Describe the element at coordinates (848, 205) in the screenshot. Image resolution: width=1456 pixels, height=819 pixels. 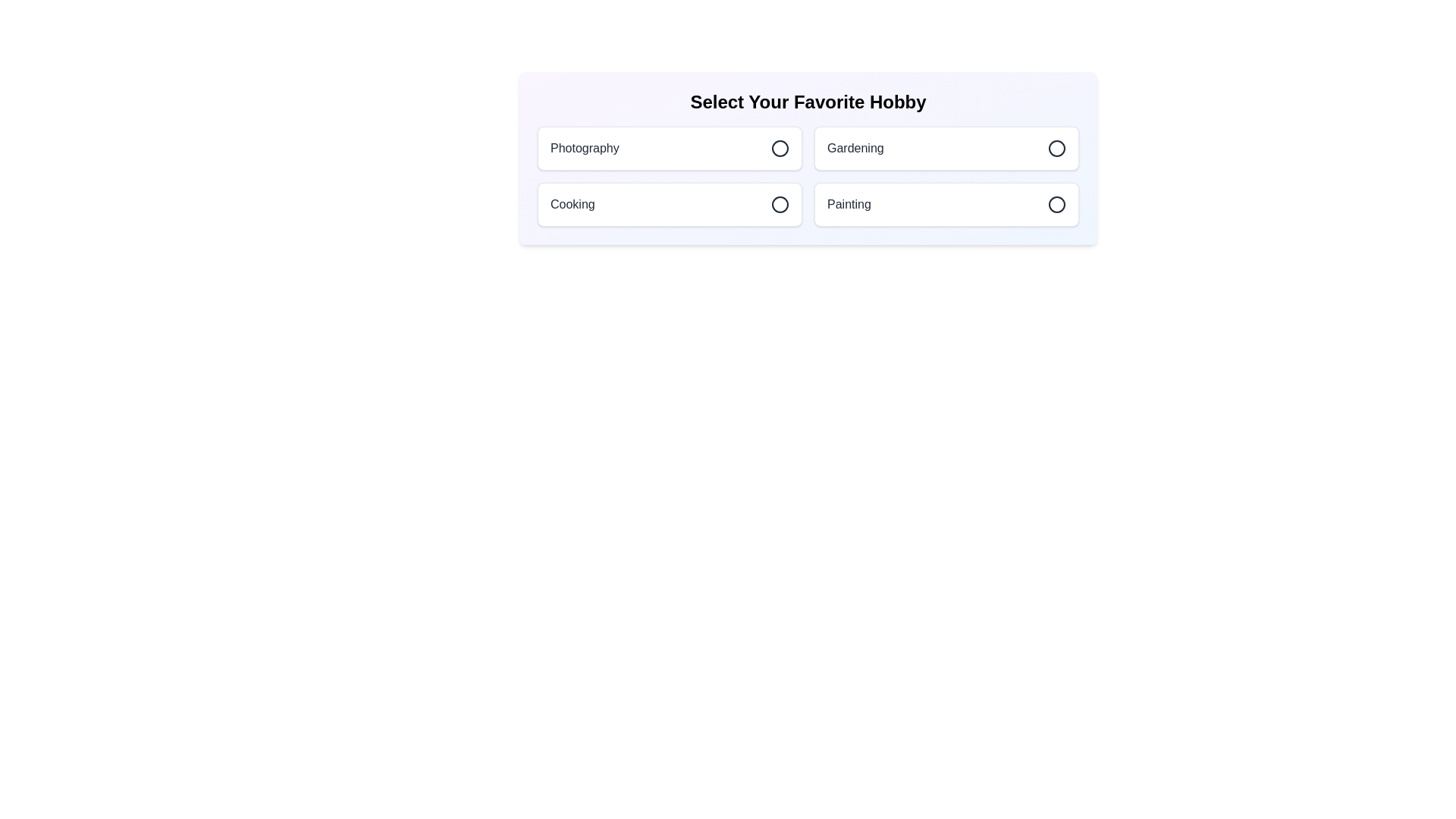
I see `the checkbox associated with the 'Painting' label in the hobby selection interface` at that location.